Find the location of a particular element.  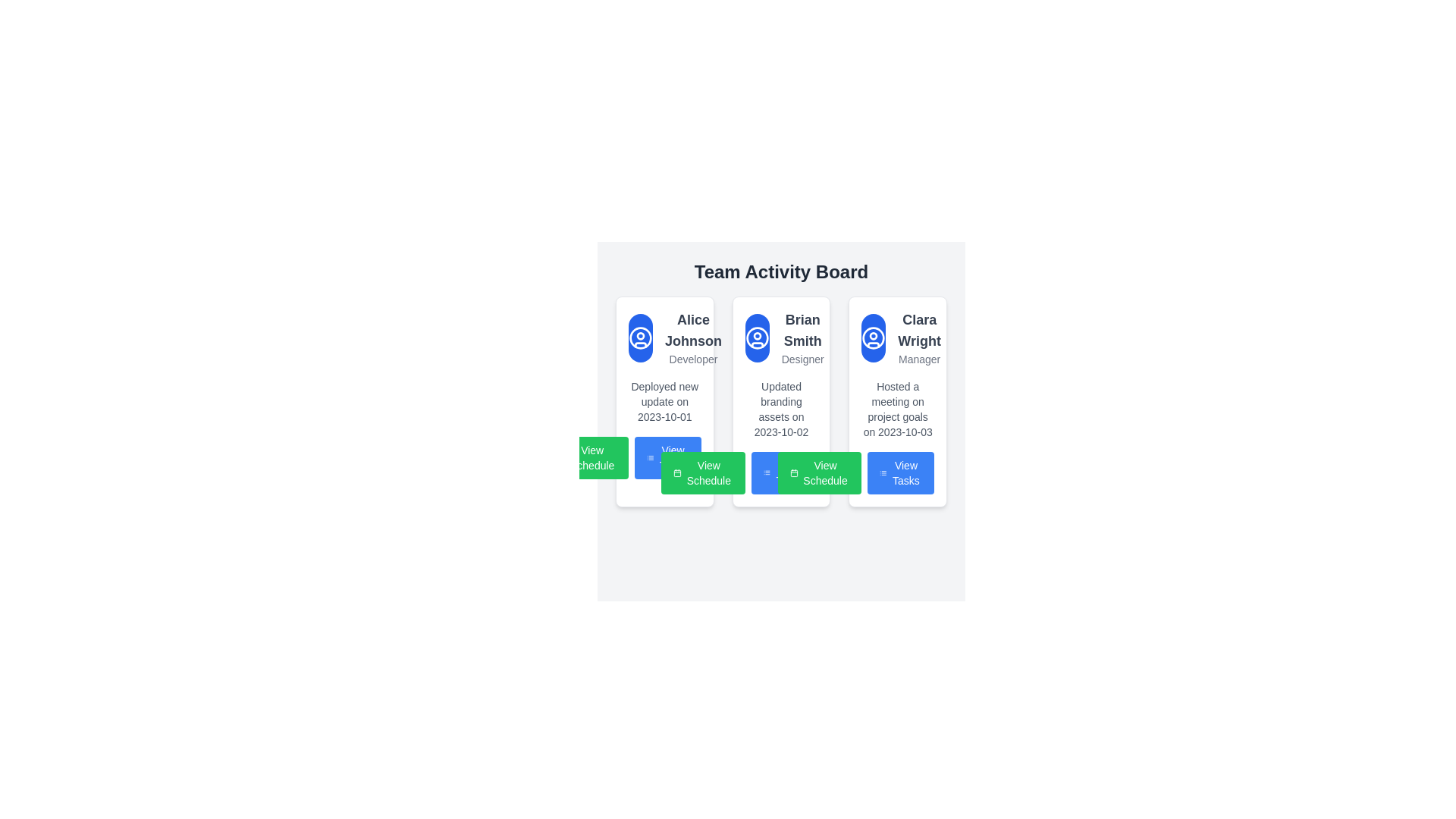

the small calendar icon located to the left of the 'View Schedule' text is located at coordinates (793, 472).